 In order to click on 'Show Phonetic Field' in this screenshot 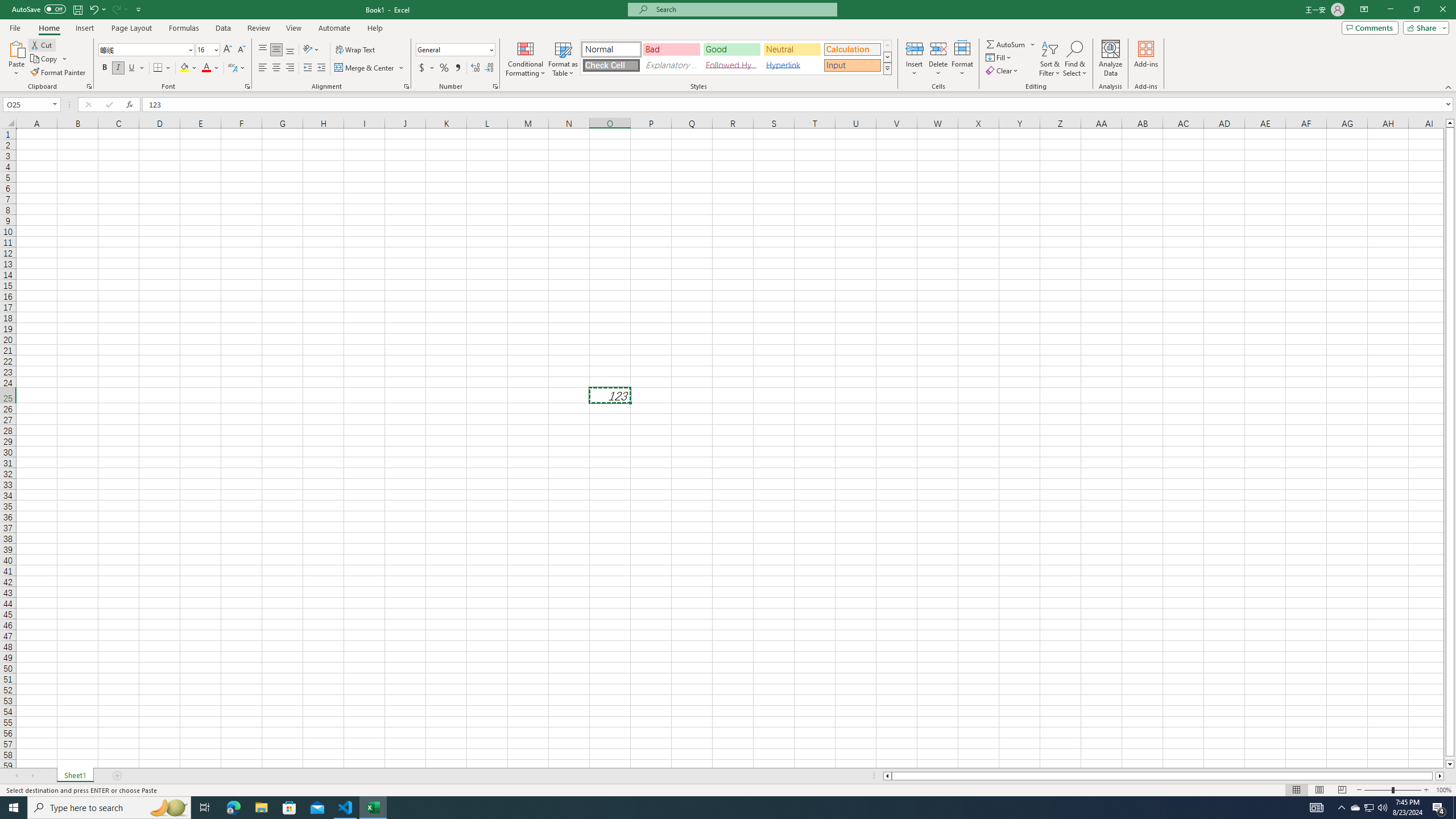, I will do `click(231, 67)`.